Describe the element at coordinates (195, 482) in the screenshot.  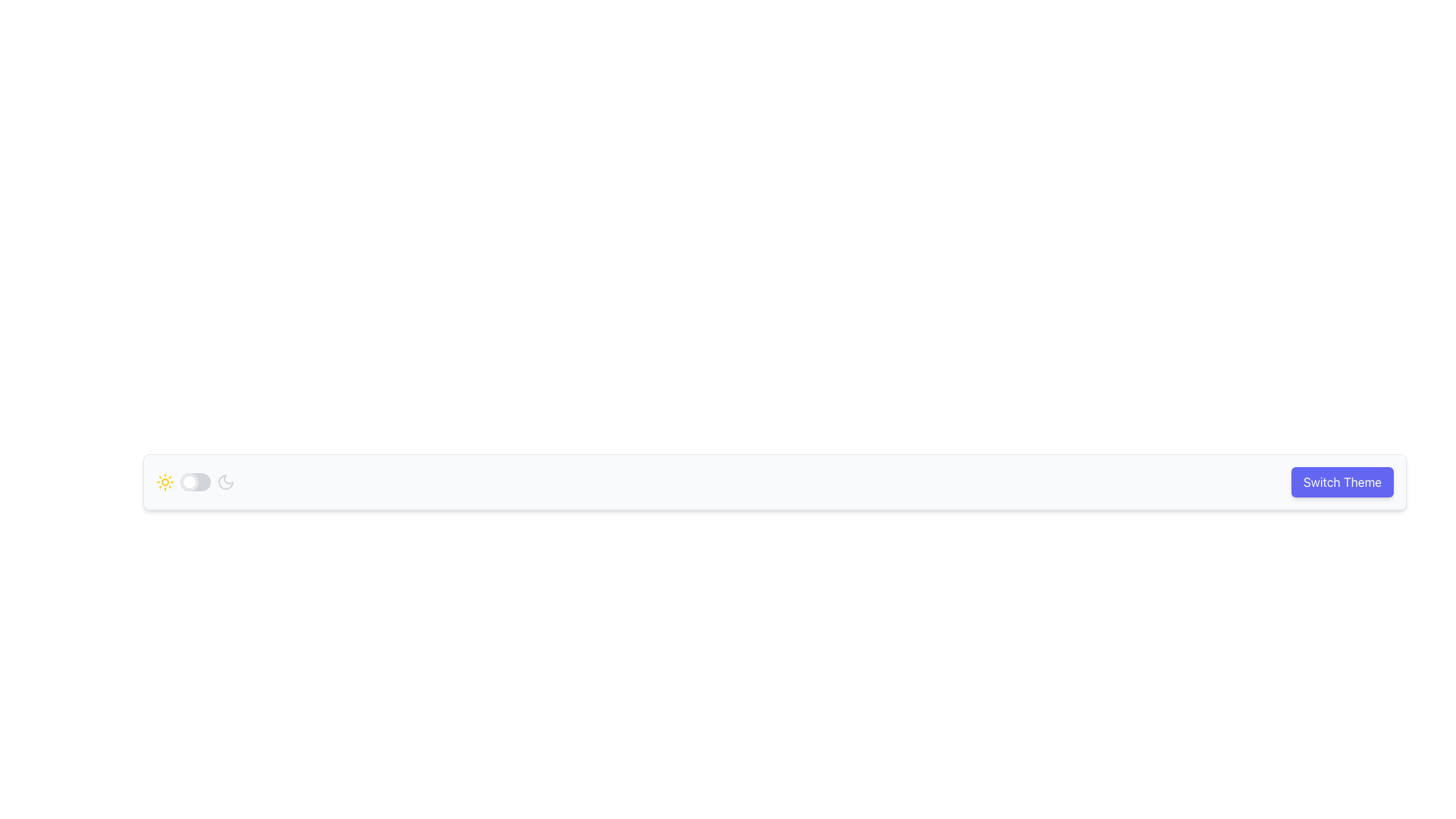
I see `the knob of the toggle switch located between the sun and moon icons` at that location.